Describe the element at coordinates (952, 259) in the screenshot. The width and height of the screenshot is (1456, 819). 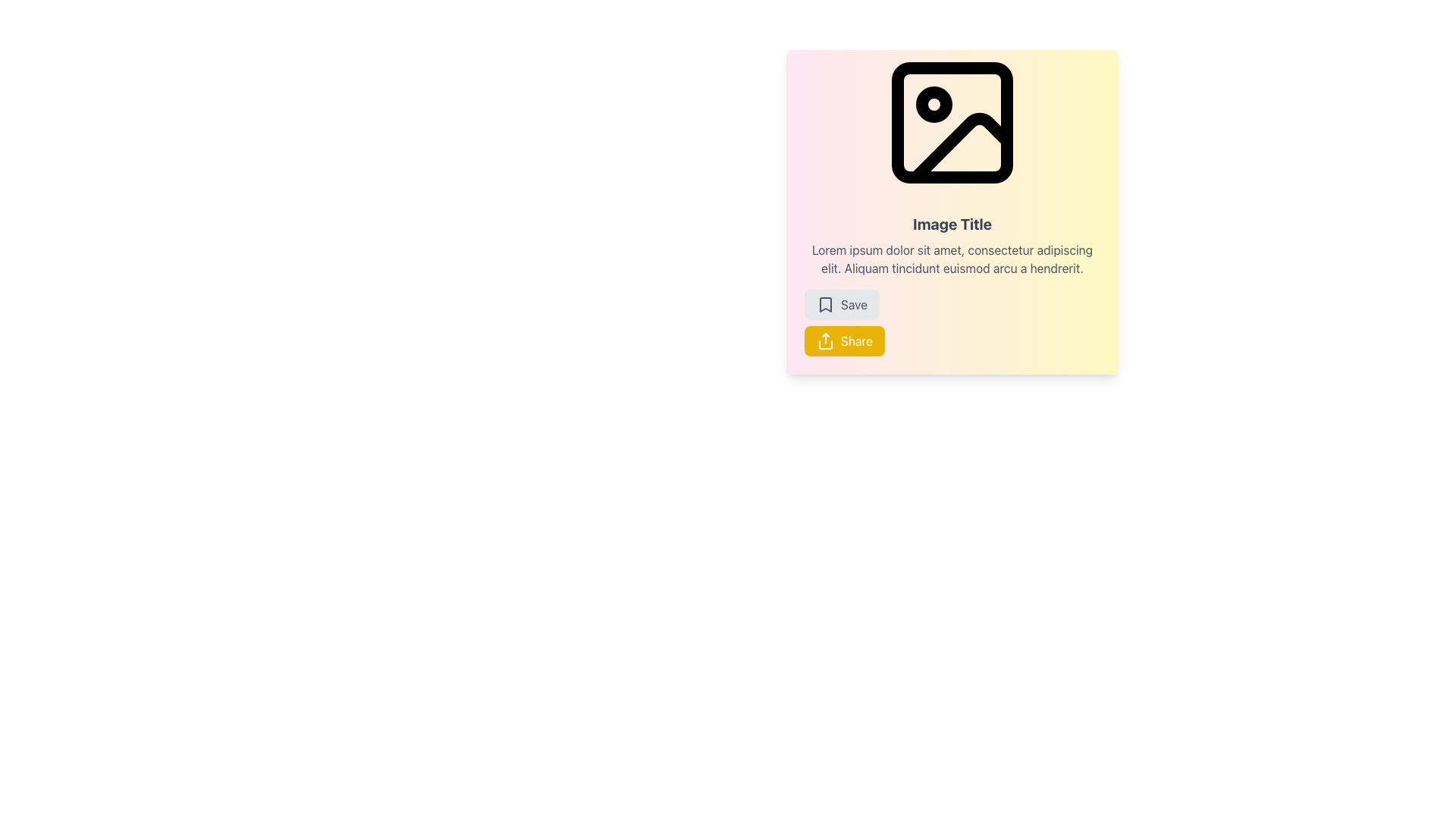
I see `the multiline textual content area styled in gray, located beneath the title of the card, and above the action buttons` at that location.